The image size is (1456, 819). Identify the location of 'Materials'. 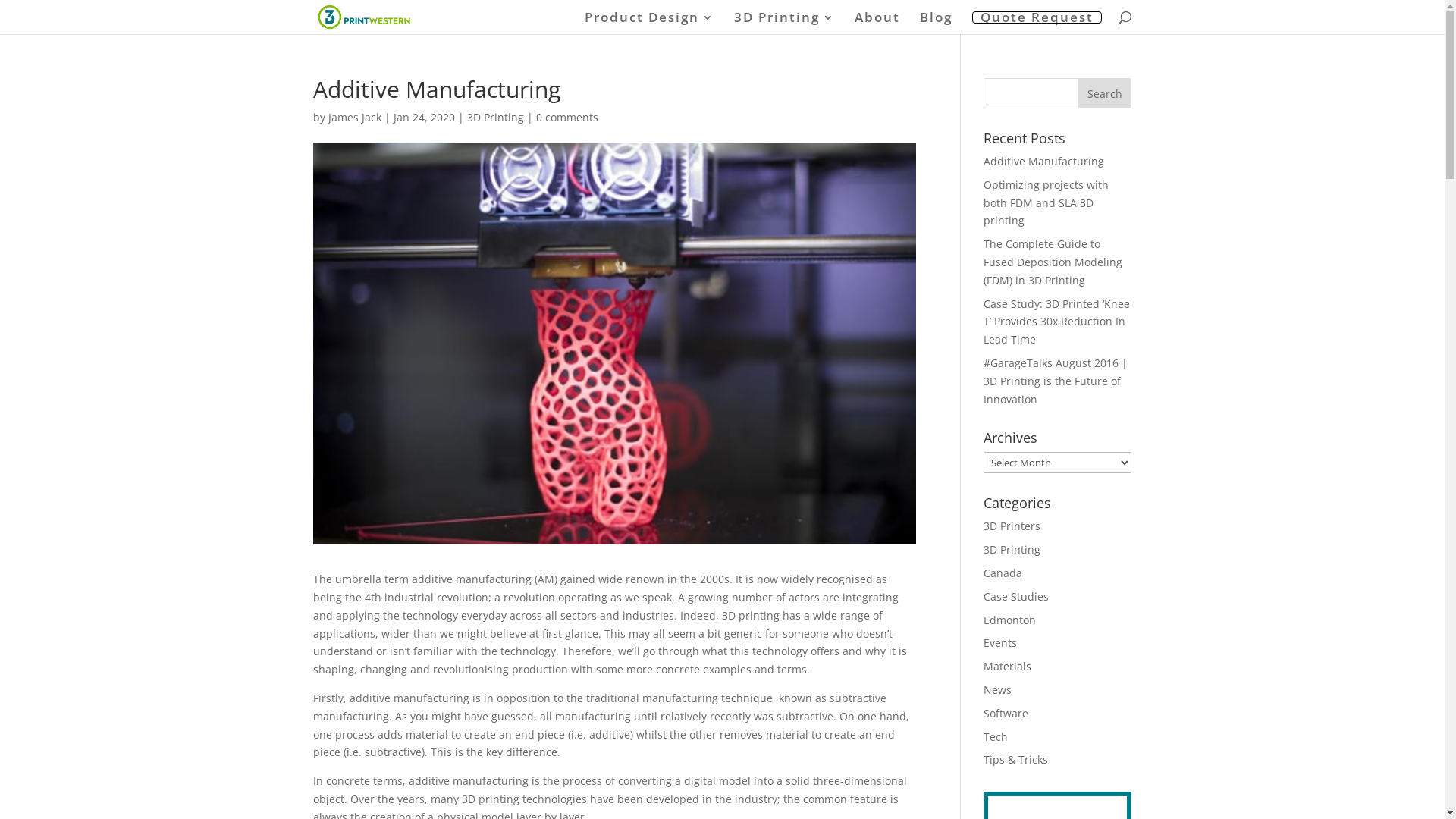
(1007, 665).